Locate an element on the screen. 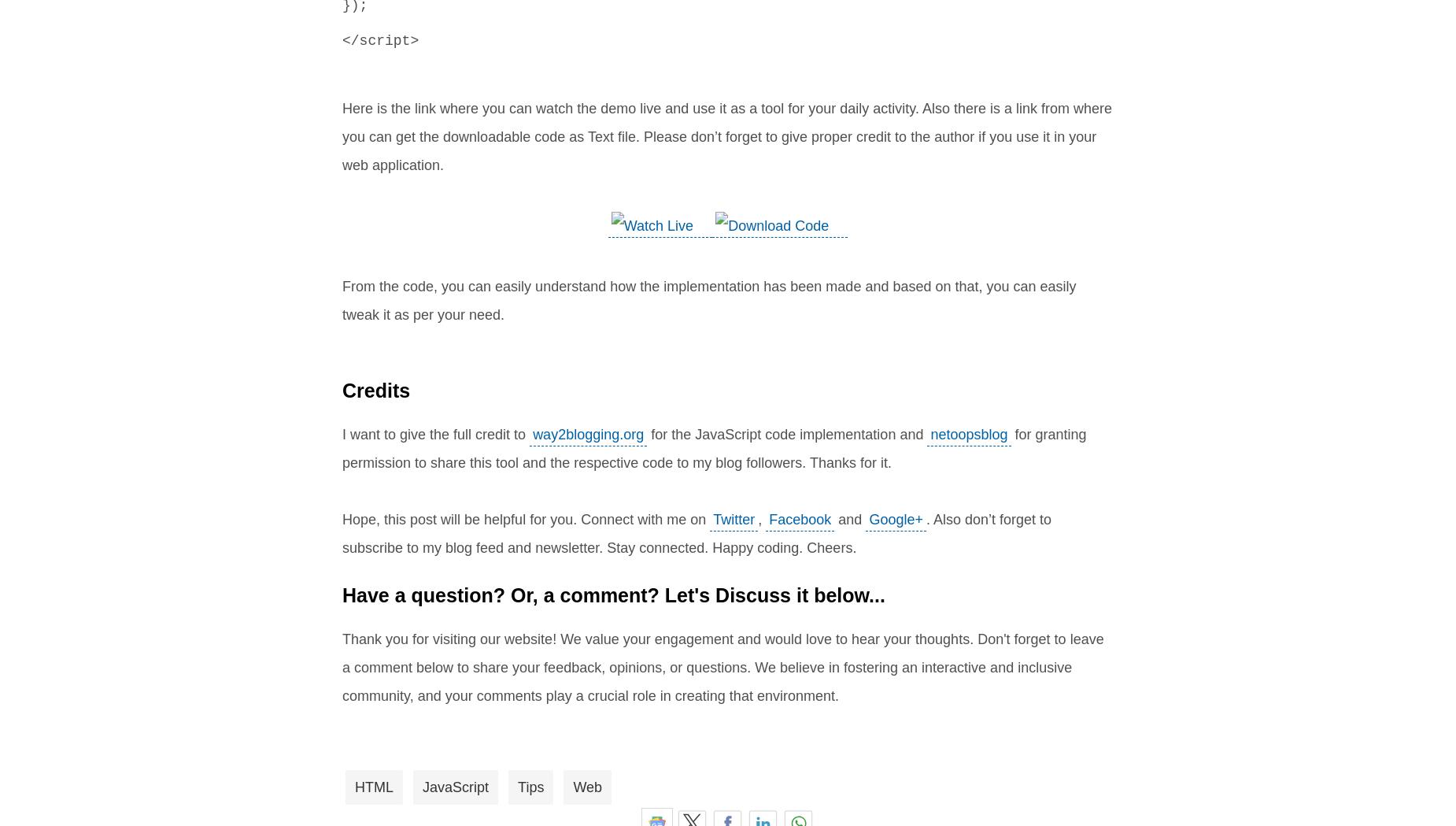 The width and height of the screenshot is (1456, 826). '>' is located at coordinates (414, 41).